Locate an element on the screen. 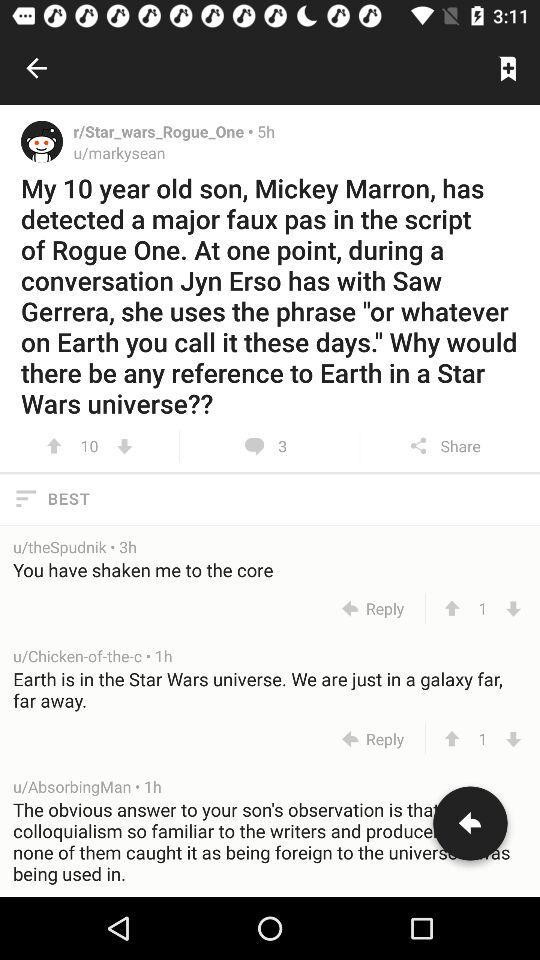 This screenshot has width=540, height=960. the icon above 1 is located at coordinates (270, 689).